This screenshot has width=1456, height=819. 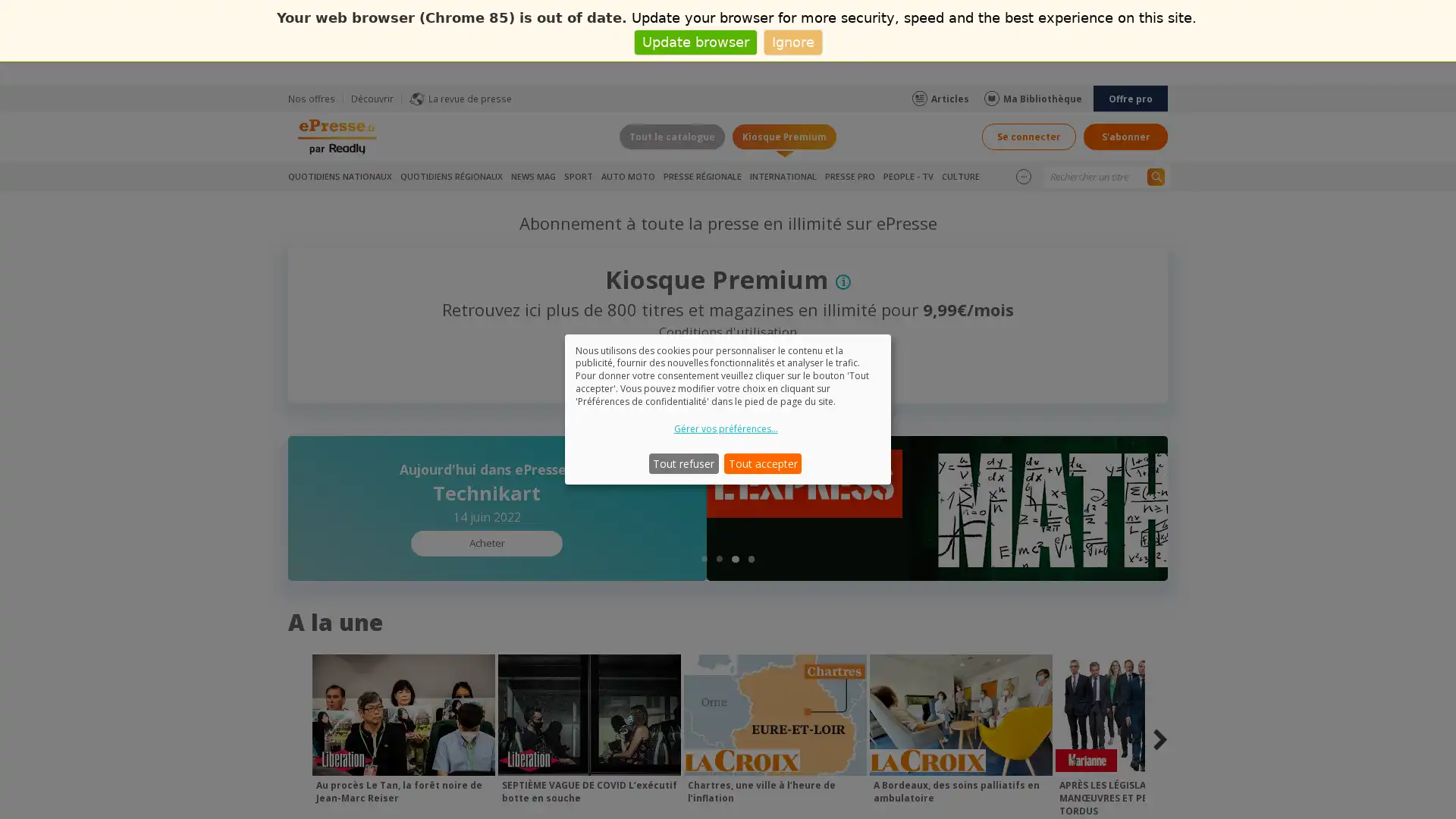 What do you see at coordinates (763, 462) in the screenshot?
I see `Tout accepter` at bounding box center [763, 462].